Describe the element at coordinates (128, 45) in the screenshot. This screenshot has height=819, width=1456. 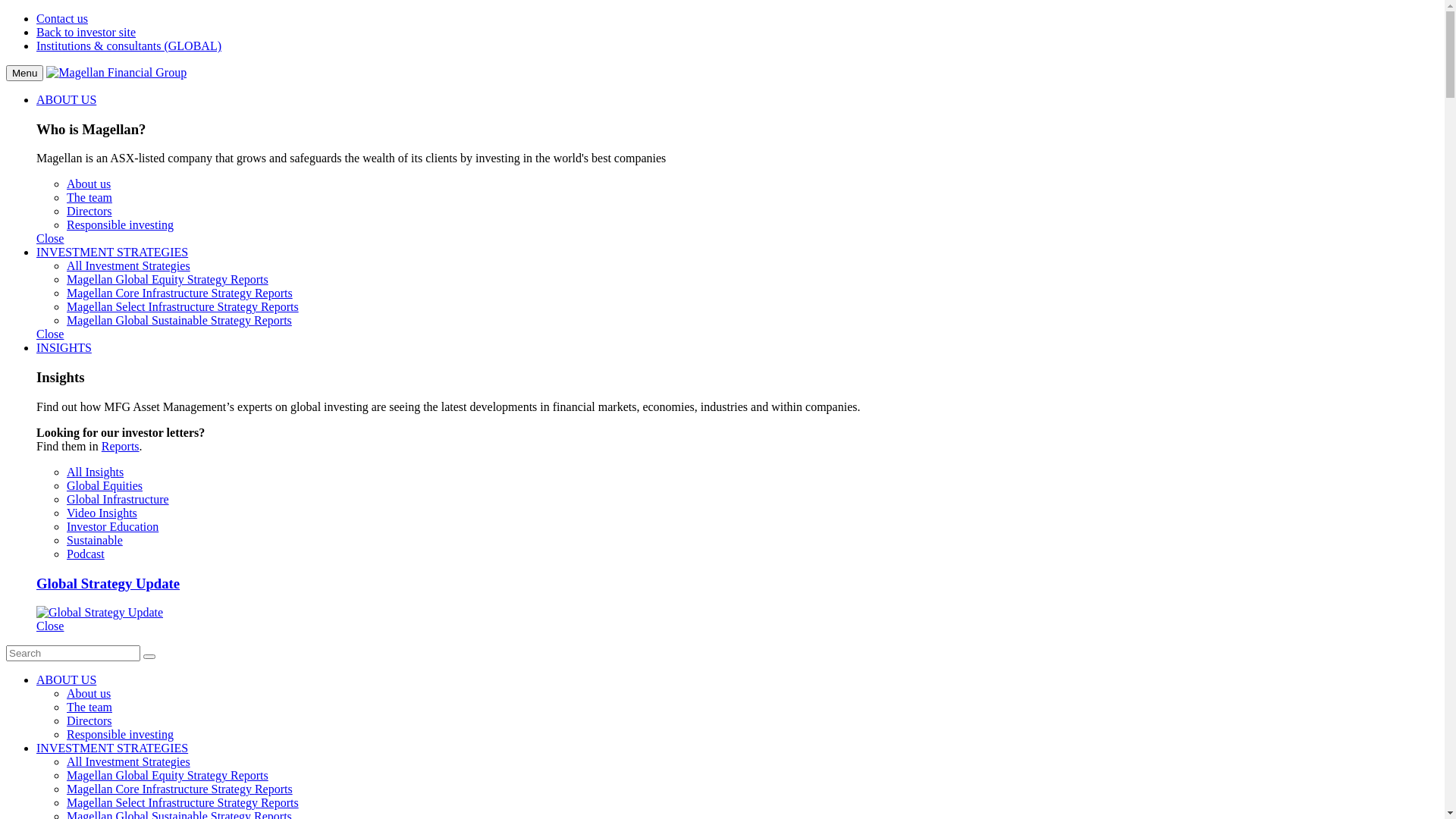
I see `'Institutions & consultants (GLOBAL)'` at that location.